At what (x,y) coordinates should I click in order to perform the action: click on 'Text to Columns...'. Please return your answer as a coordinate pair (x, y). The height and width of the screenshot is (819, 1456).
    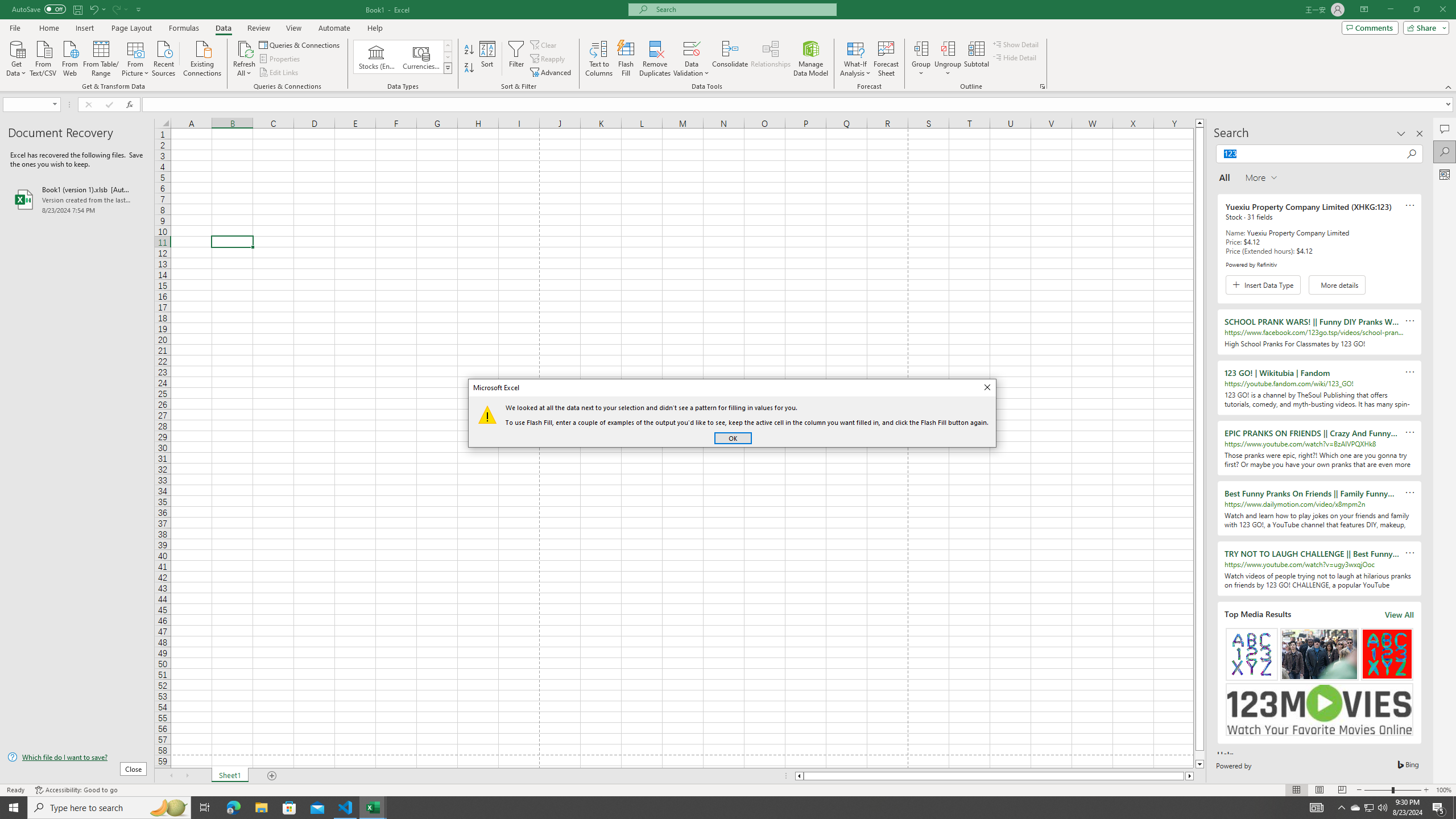
    Looking at the image, I should click on (598, 59).